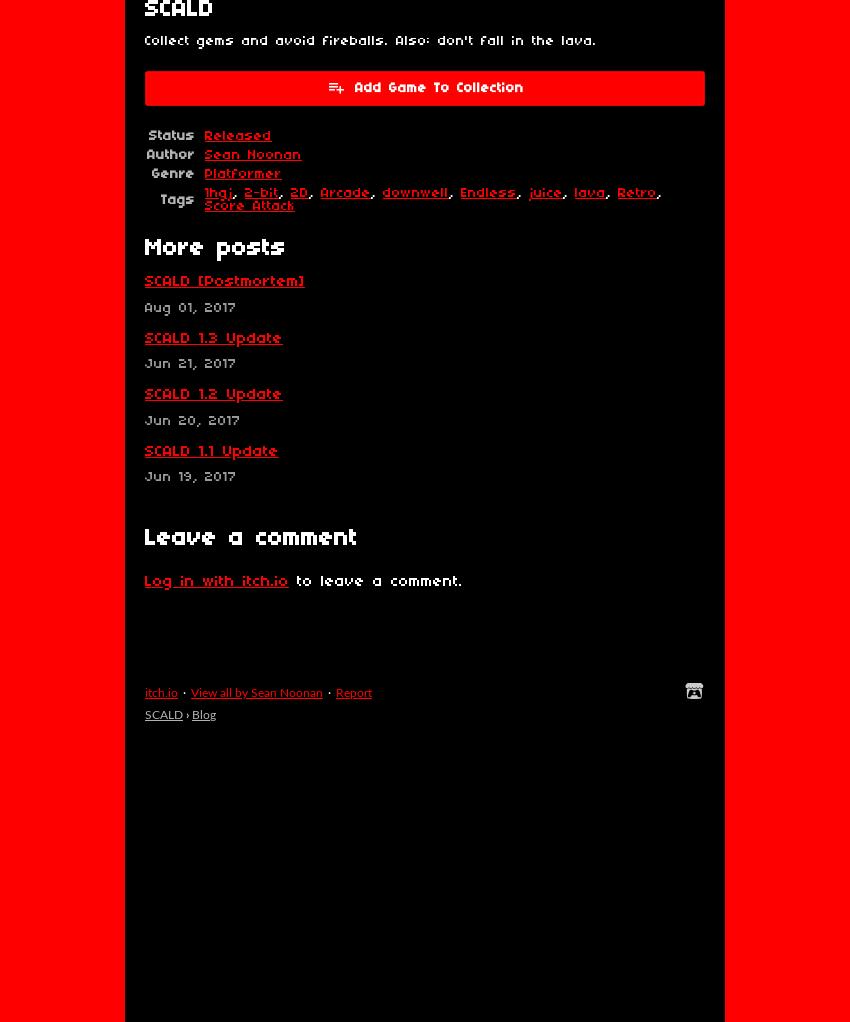  Describe the element at coordinates (253, 154) in the screenshot. I see `'Sean Noonan'` at that location.